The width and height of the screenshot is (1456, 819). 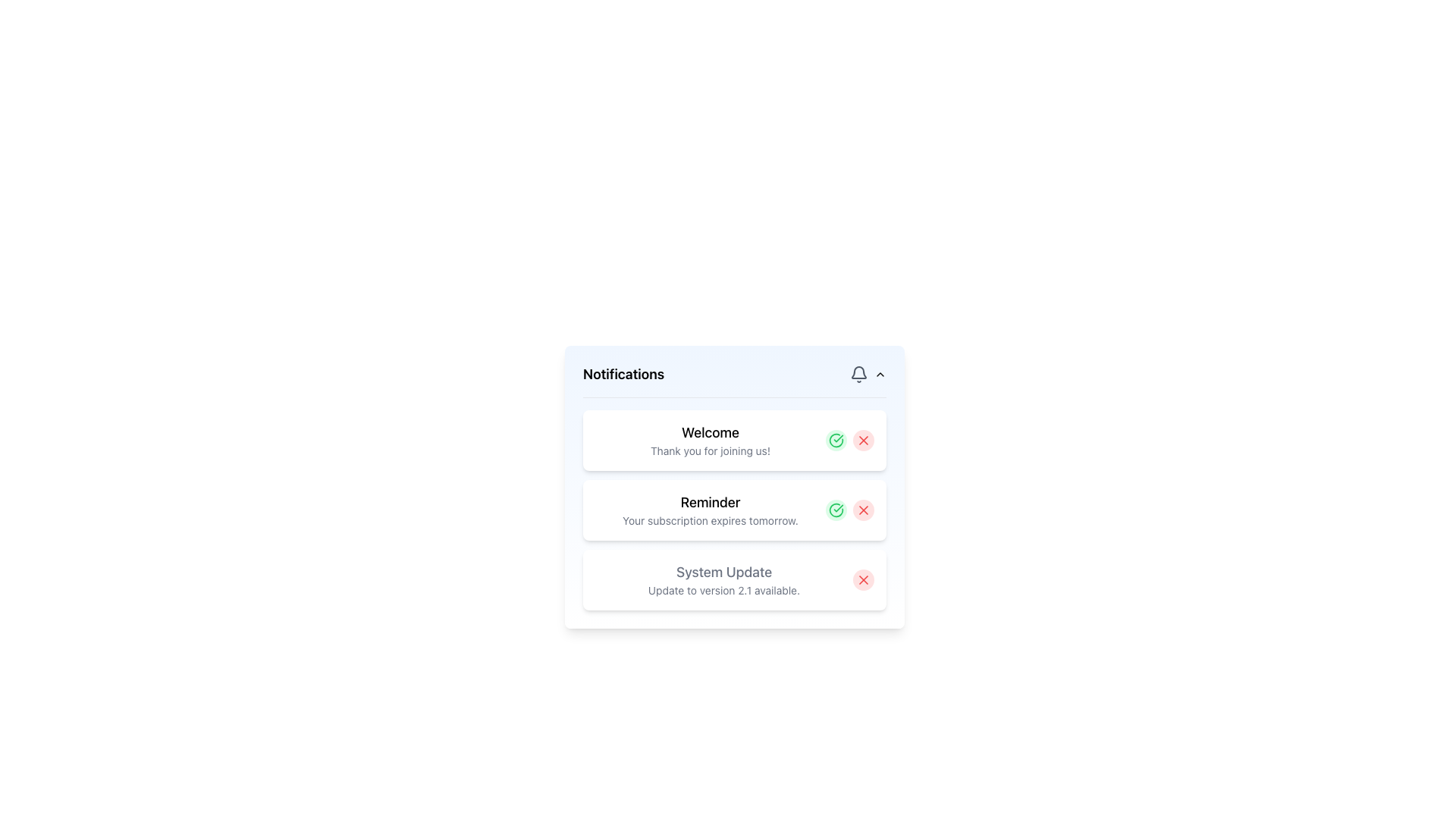 I want to click on the bell icon located in the top-right corner of the notification box, so click(x=858, y=374).